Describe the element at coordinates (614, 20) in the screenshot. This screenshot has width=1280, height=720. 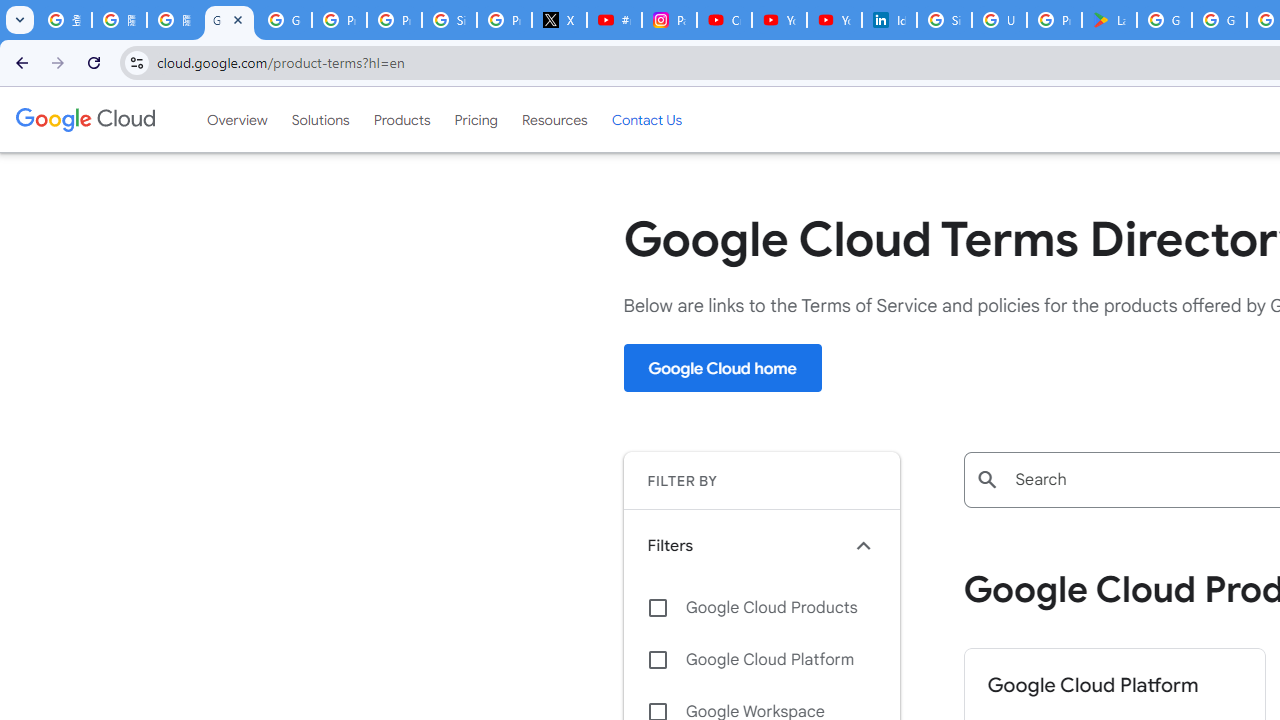
I see `'#nbabasketballhighlights - YouTube'` at that location.